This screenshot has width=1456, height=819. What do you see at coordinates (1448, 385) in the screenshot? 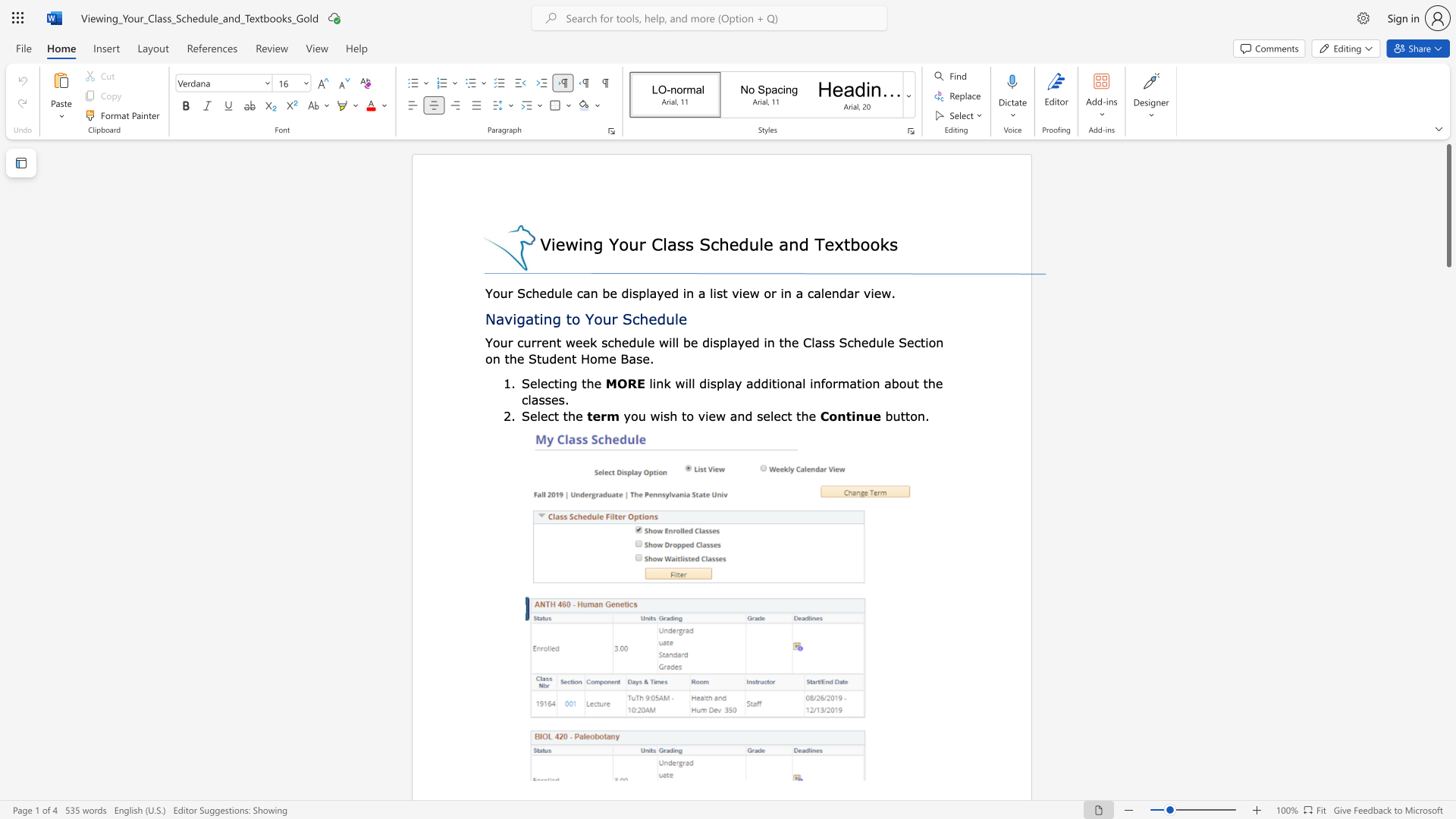
I see `the vertical scrollbar to lower the page content` at bounding box center [1448, 385].